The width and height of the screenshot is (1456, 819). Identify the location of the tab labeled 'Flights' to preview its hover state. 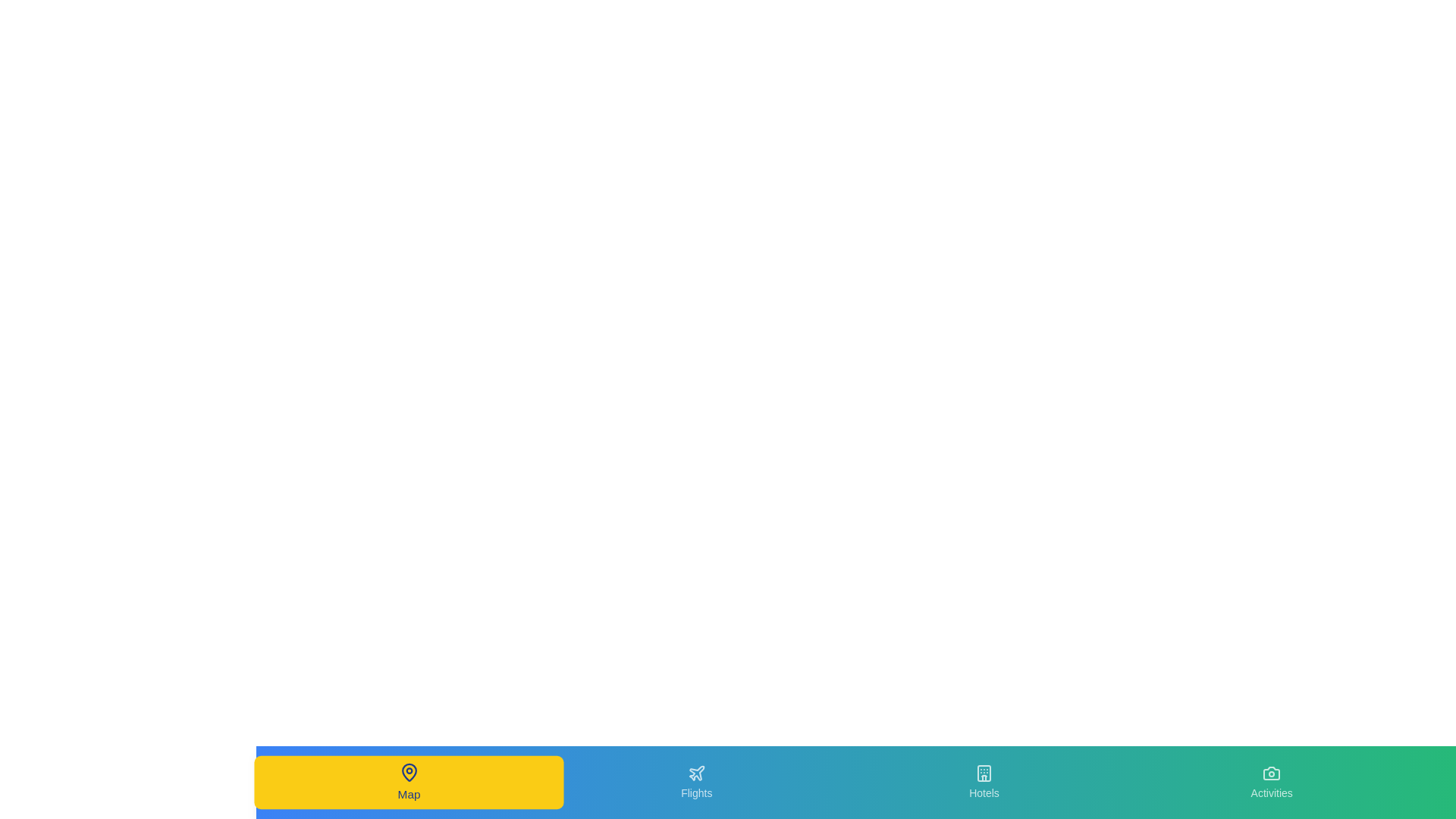
(695, 783).